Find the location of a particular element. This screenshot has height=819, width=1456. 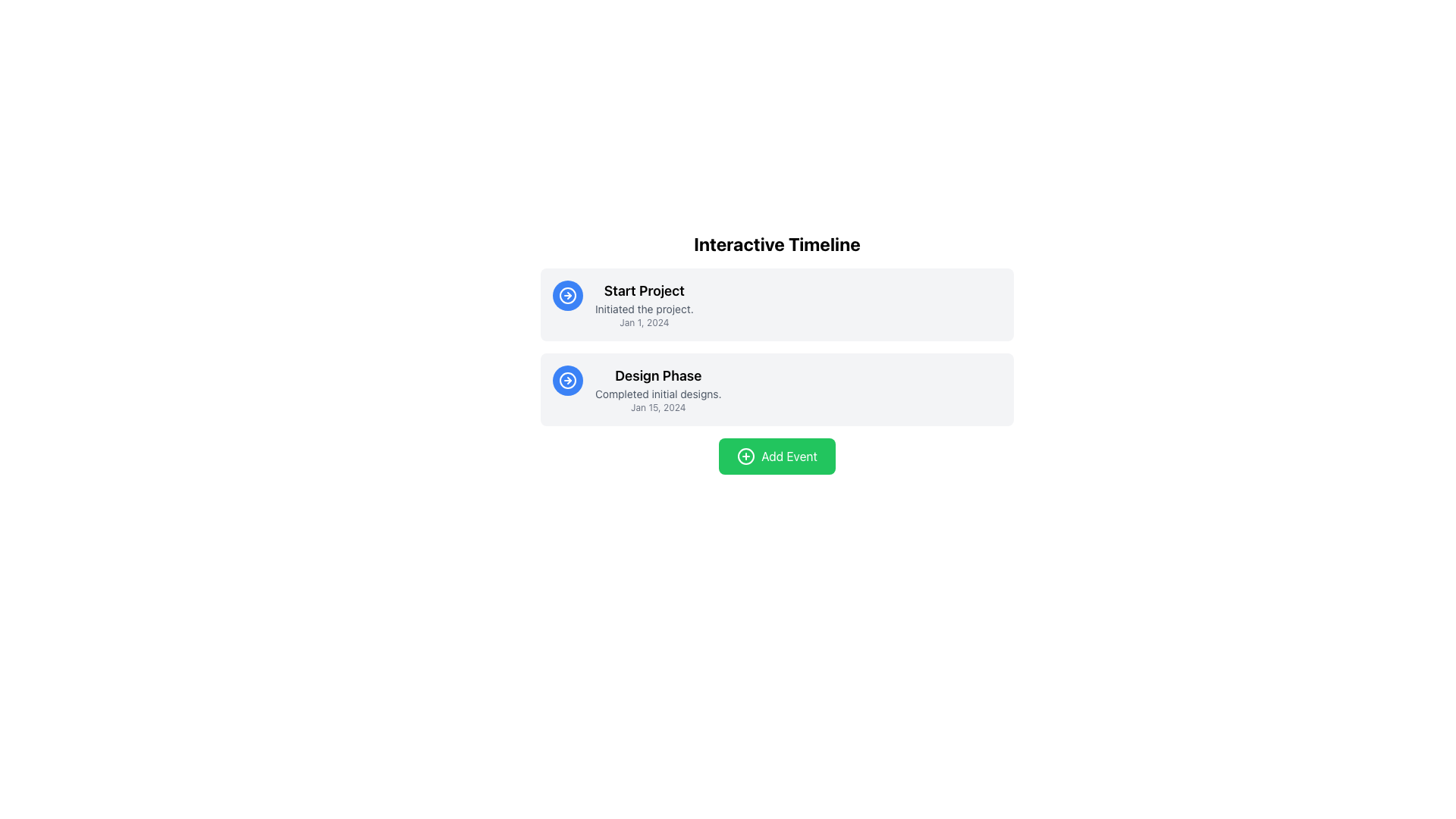

the button located at the bottom of the interface, beneath 'Start Project' and 'Design Phase' is located at coordinates (777, 455).